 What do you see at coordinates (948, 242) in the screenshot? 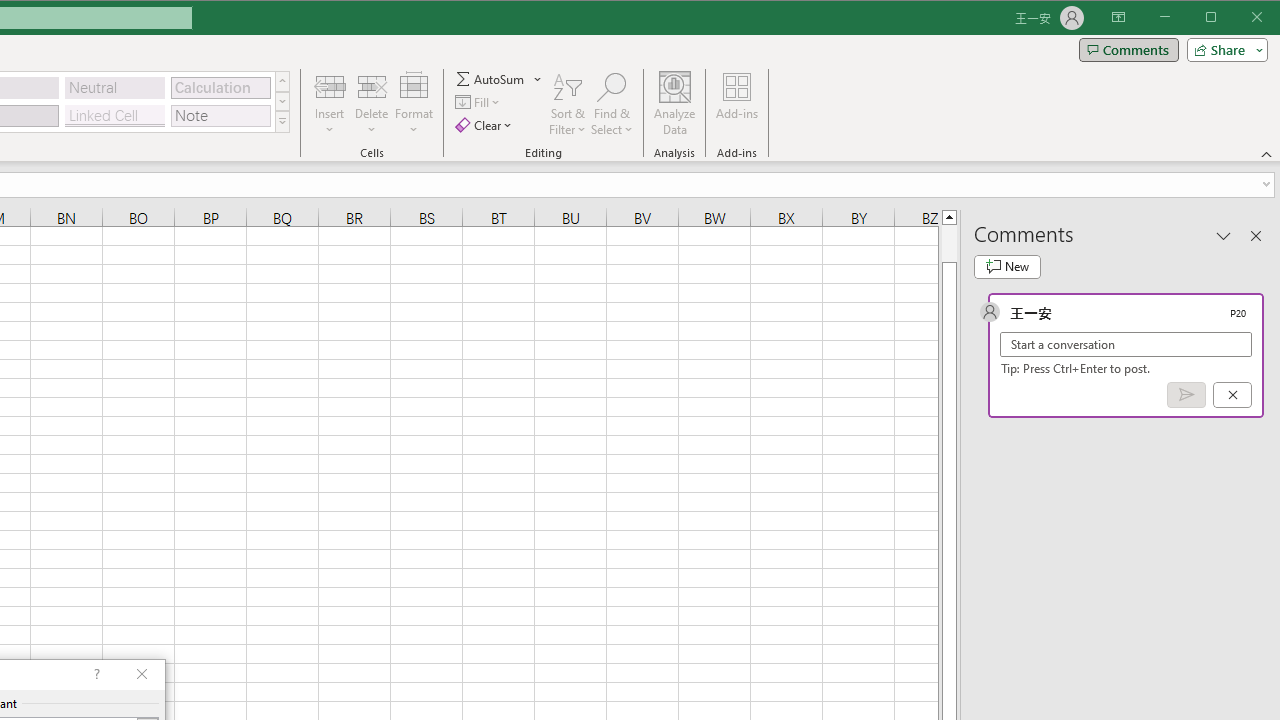
I see `'Page up'` at bounding box center [948, 242].